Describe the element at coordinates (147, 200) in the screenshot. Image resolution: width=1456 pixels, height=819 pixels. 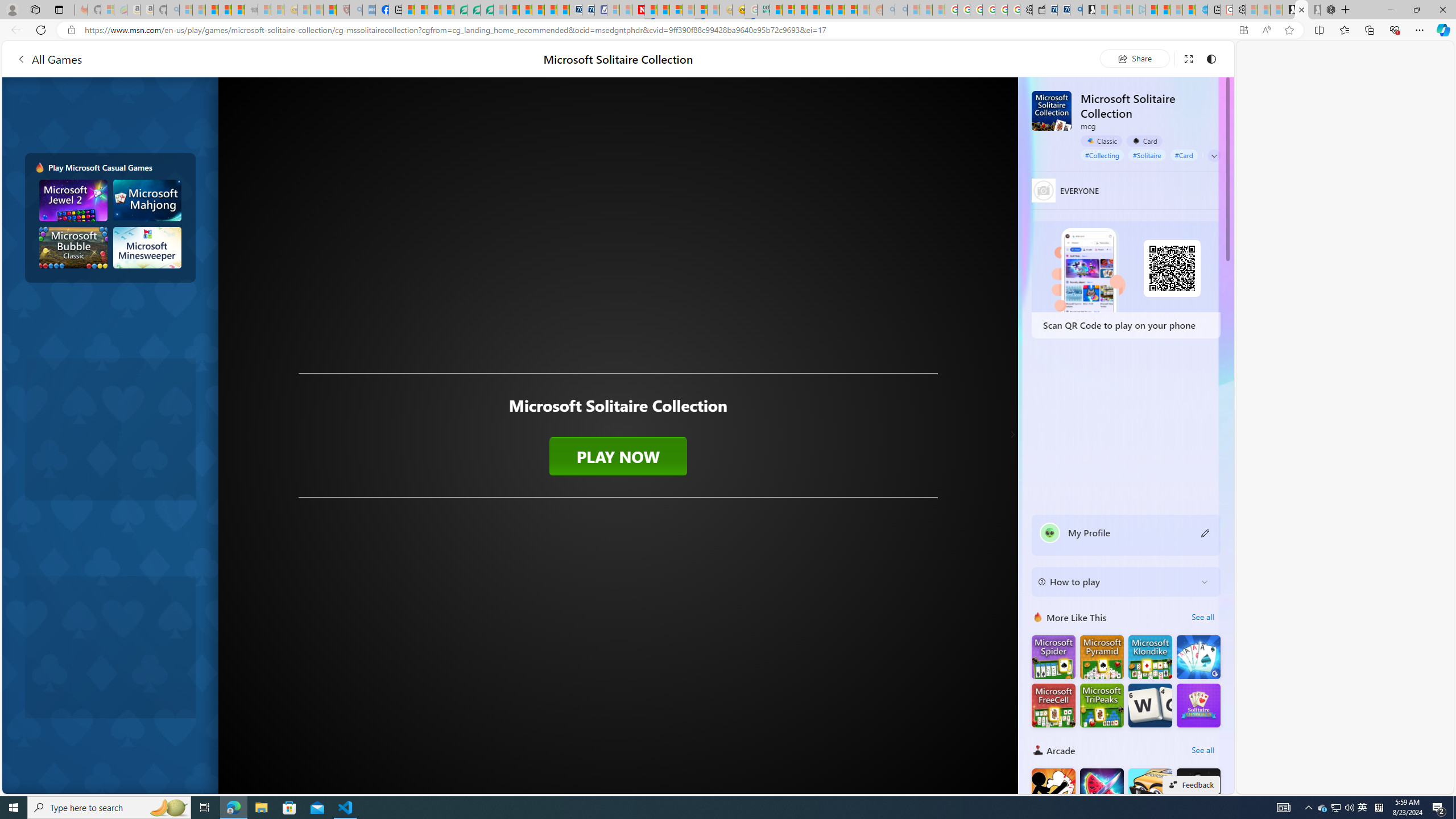
I see `'Microsoft Mahjong'` at that location.